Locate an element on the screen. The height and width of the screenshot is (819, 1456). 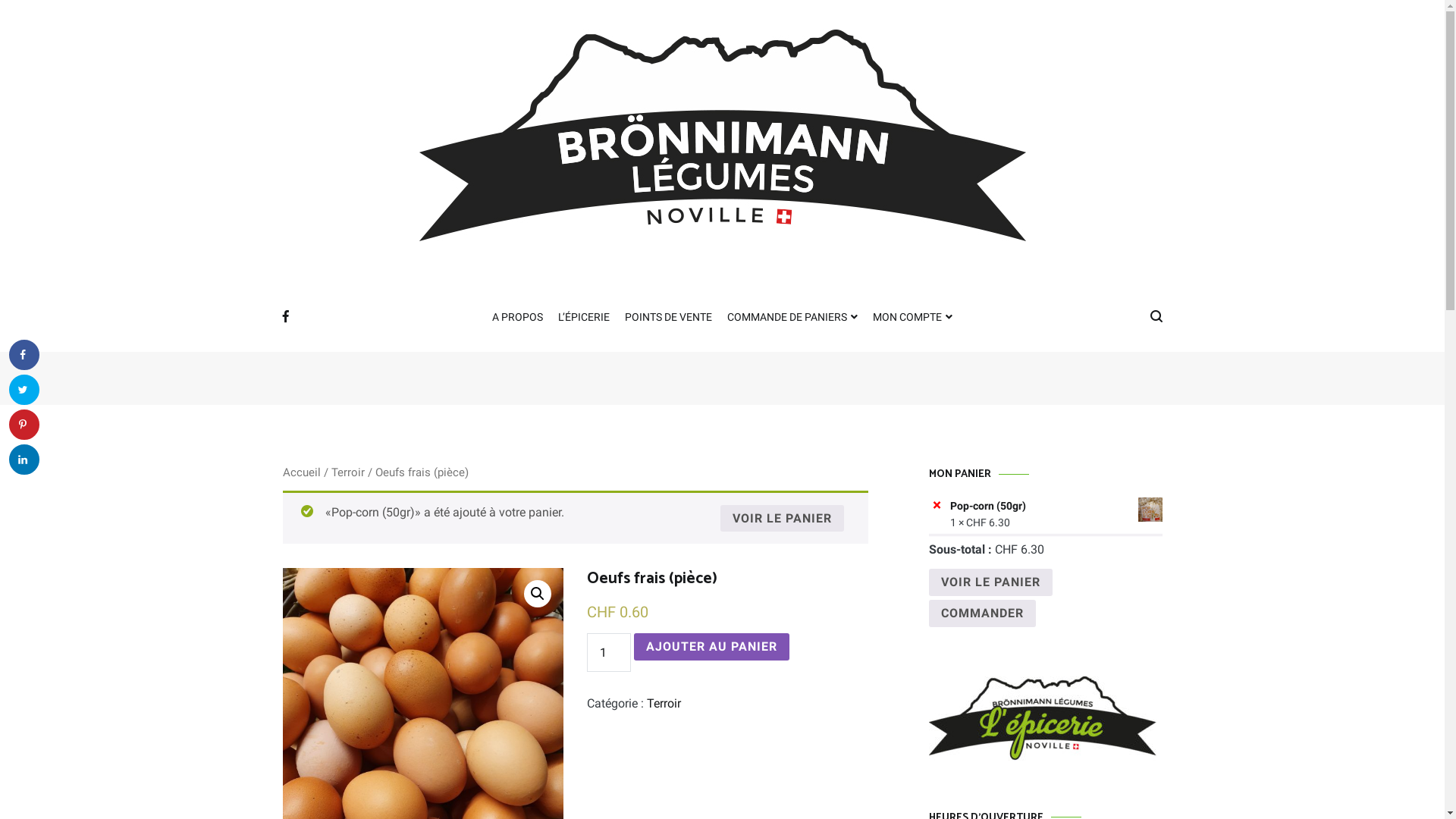
'Share on Facebook' is located at coordinates (24, 354).